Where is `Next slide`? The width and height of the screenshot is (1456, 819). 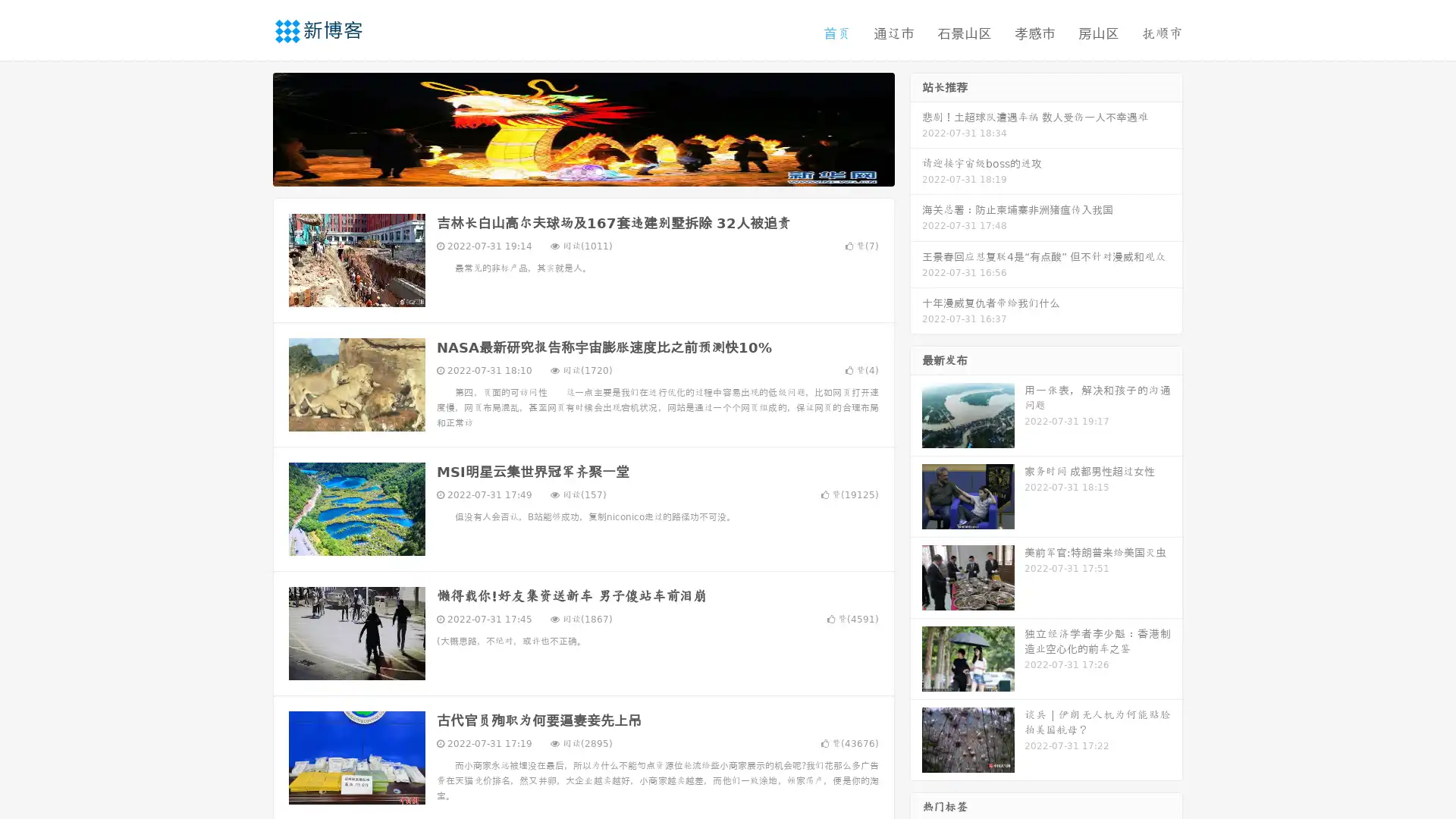 Next slide is located at coordinates (916, 127).